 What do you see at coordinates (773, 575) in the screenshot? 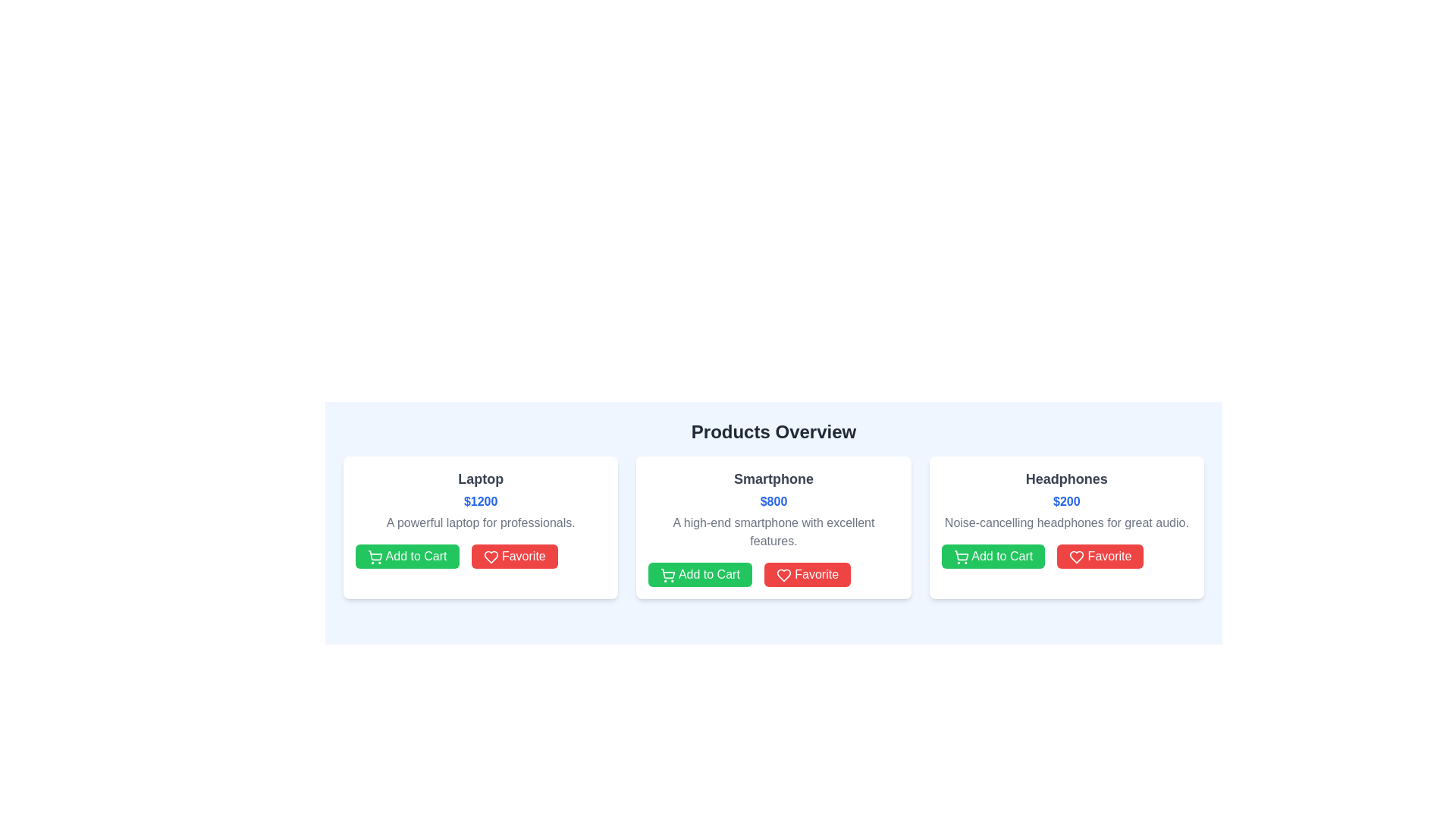
I see `the 'Favorite' button located at the bottom of the middle card in a horizontally aligned row of cards, directly below the product description` at bounding box center [773, 575].